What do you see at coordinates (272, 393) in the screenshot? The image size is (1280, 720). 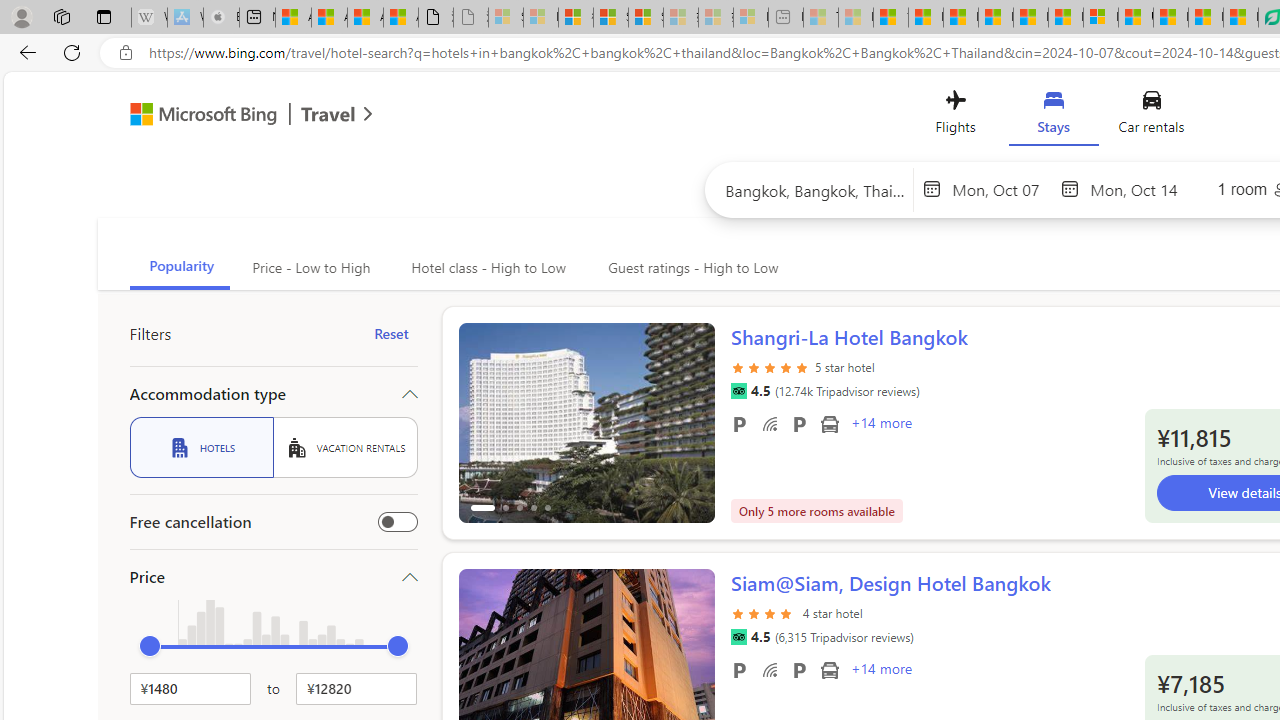 I see `'Accommodation type'` at bounding box center [272, 393].